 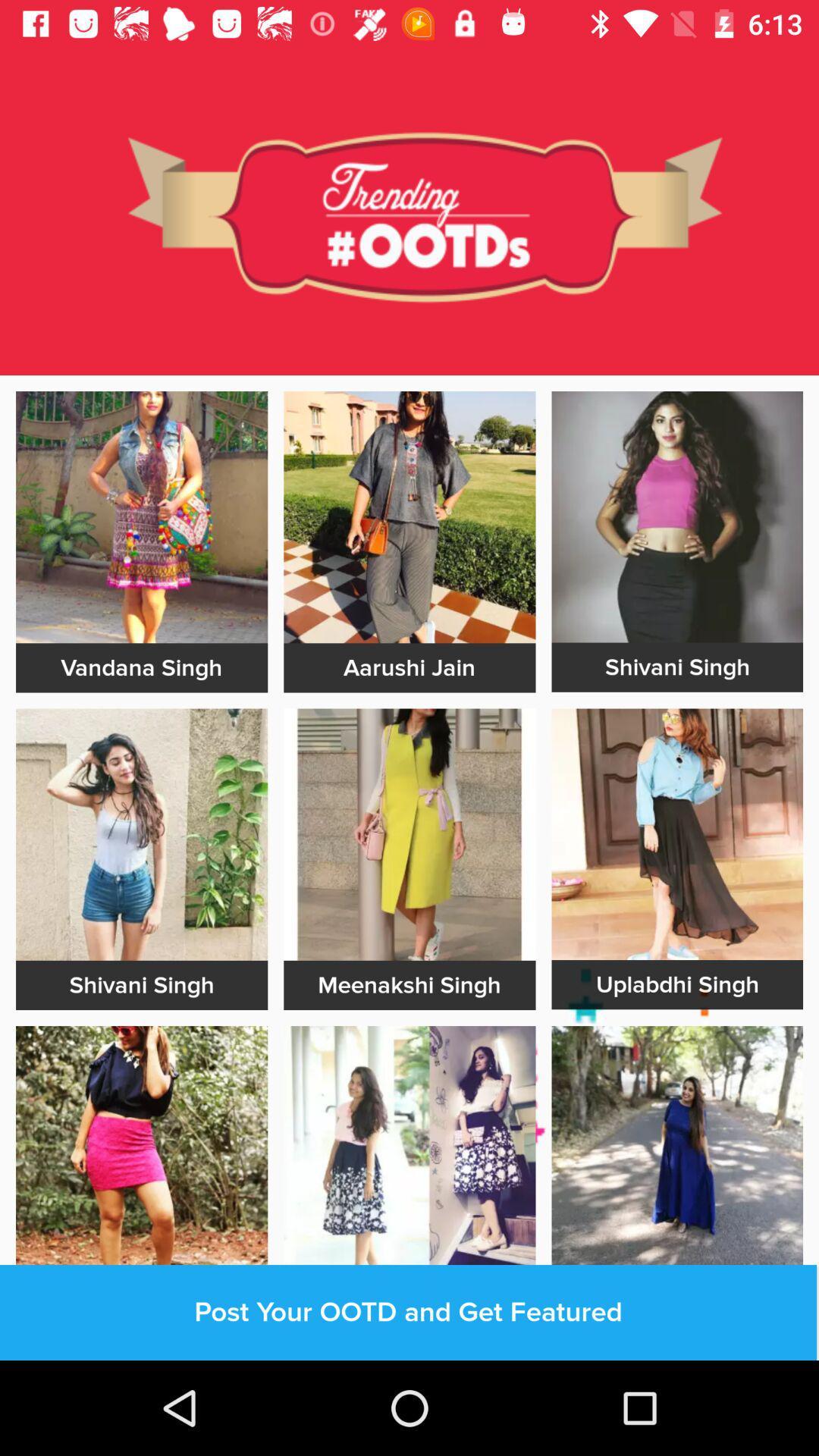 What do you see at coordinates (676, 1151) in the screenshot?
I see `see profile` at bounding box center [676, 1151].